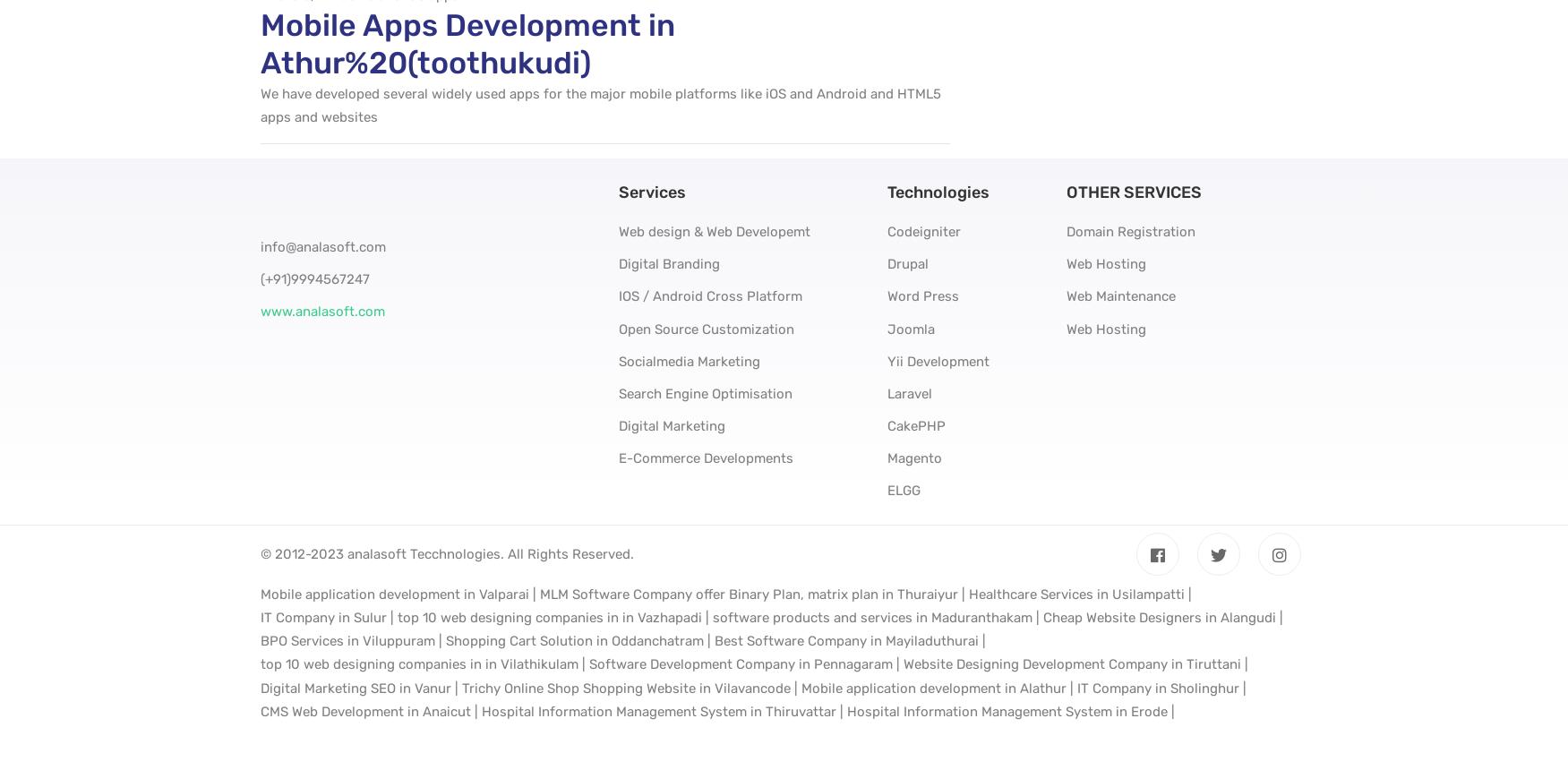 This screenshot has width=1568, height=770. Describe the element at coordinates (618, 296) in the screenshot. I see `'IOS / Android Cross Platform'` at that location.